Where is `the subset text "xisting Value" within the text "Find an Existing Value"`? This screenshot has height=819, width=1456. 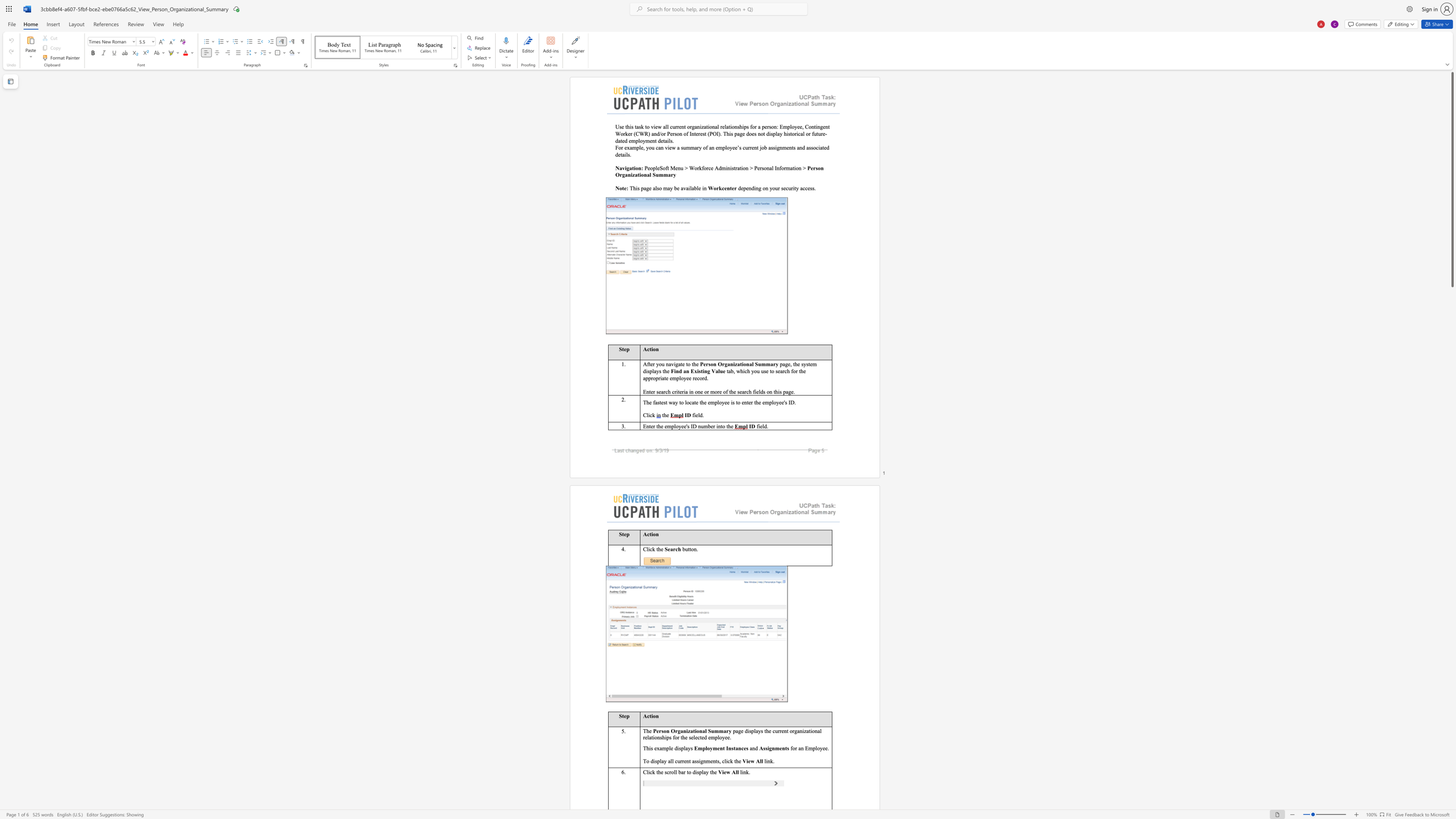
the subset text "xisting Value" within the text "Find an Existing Value" is located at coordinates (694, 370).